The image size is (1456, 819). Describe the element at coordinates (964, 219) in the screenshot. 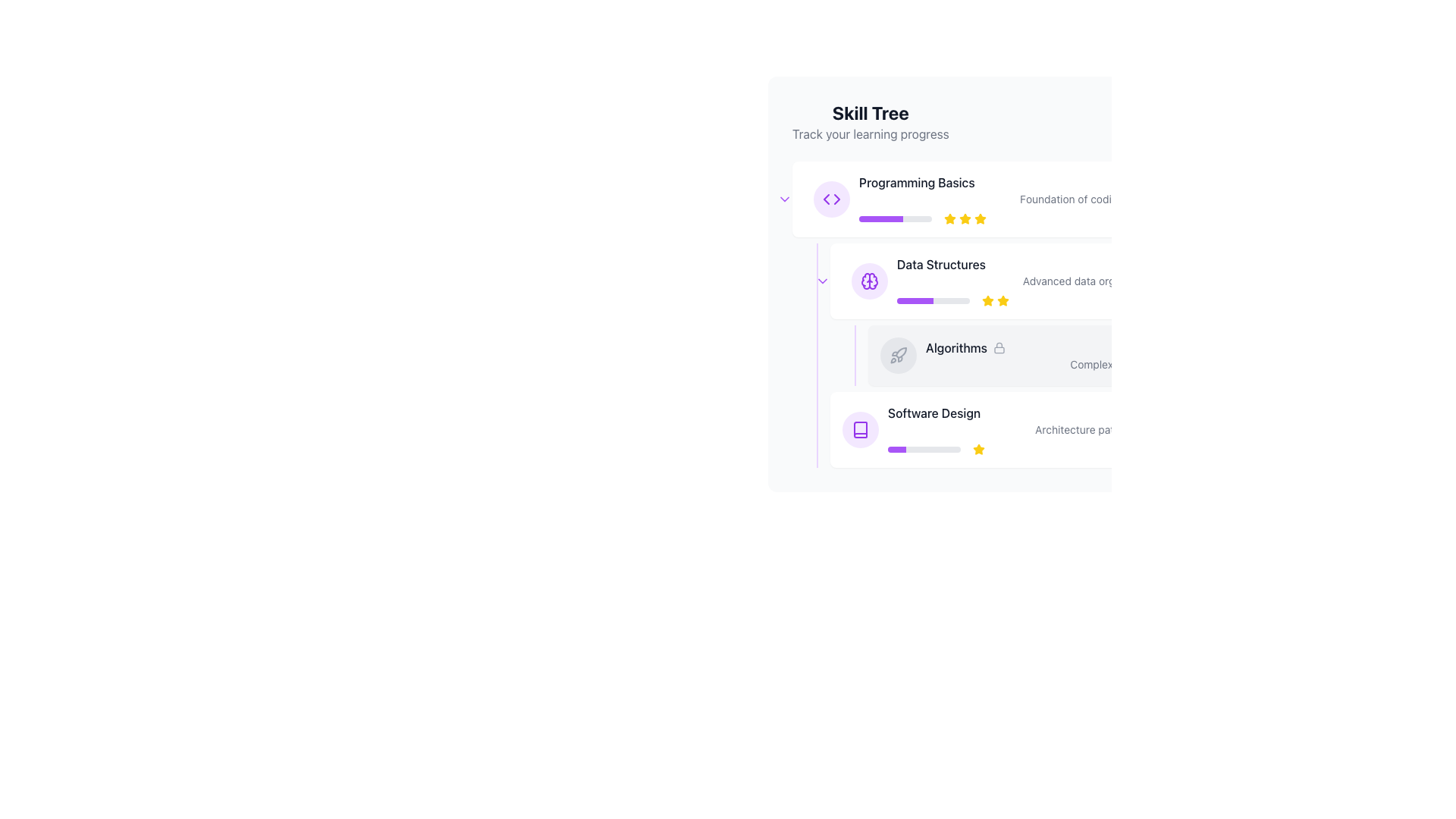

I see `the second star-shaped icon from the left in the rating component for the 'Programming Basics' section in the 'Skill Tree' interface to understand its status` at that location.